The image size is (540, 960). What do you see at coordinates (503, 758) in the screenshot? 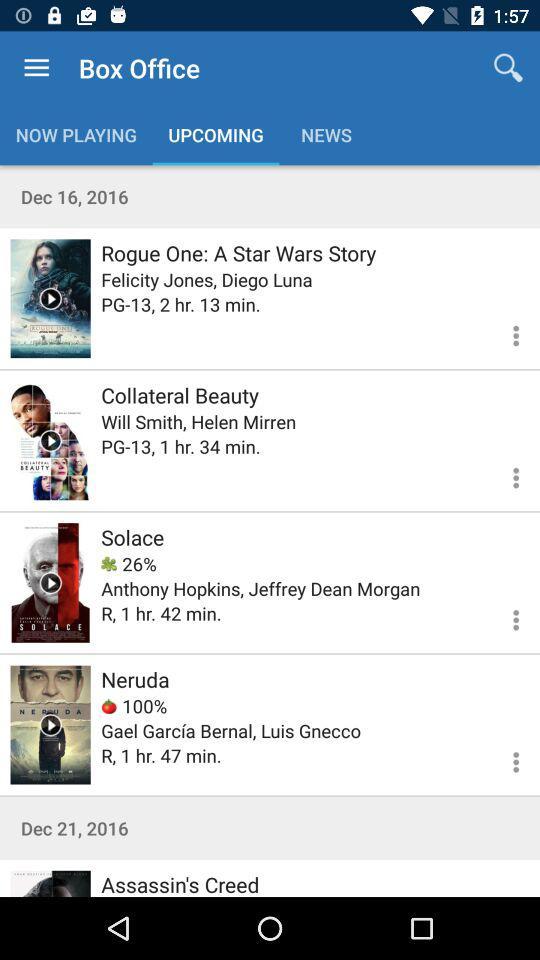
I see `open menu` at bounding box center [503, 758].